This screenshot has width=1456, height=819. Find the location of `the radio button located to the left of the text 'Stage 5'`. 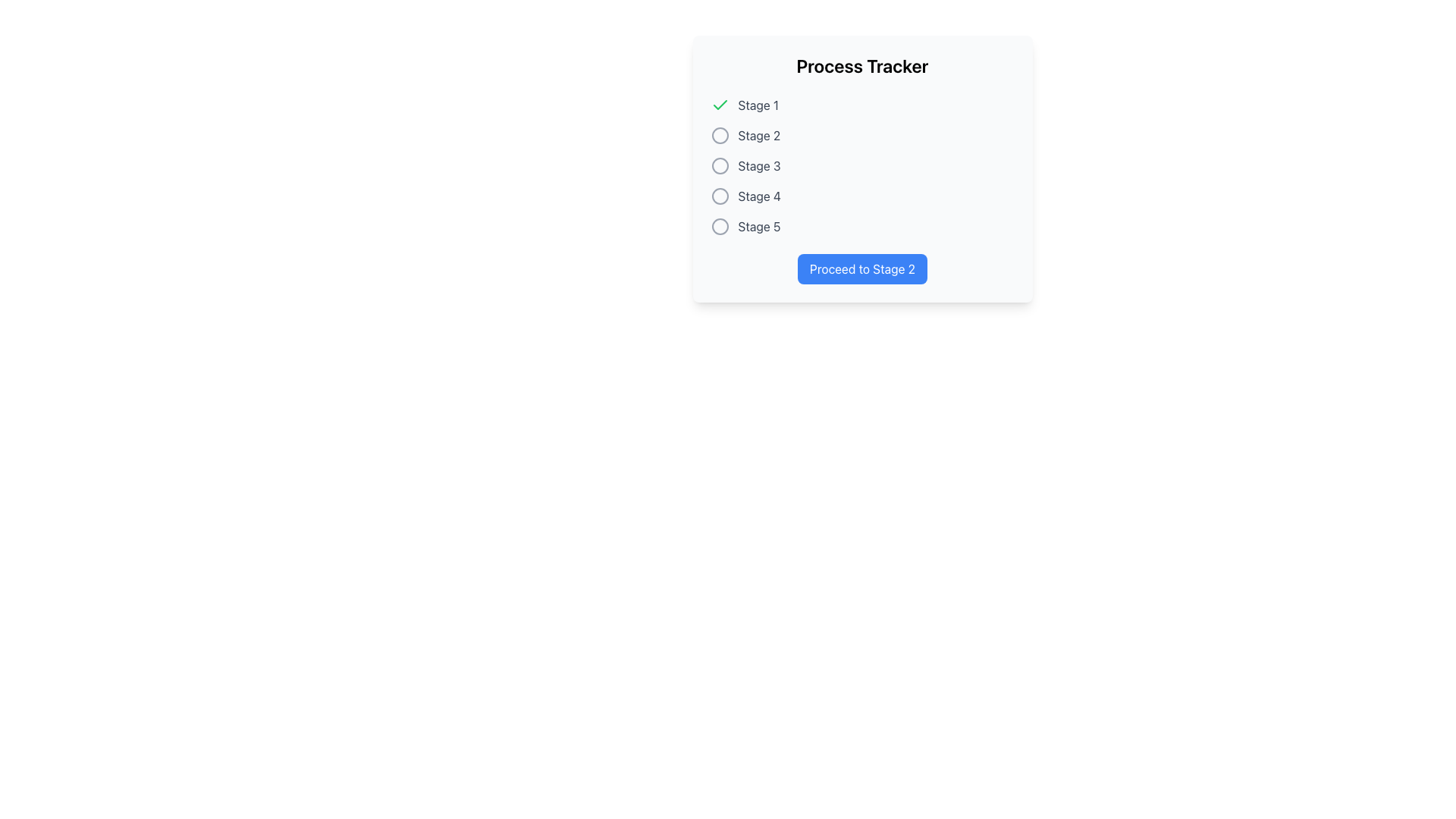

the radio button located to the left of the text 'Stage 5' is located at coordinates (719, 227).